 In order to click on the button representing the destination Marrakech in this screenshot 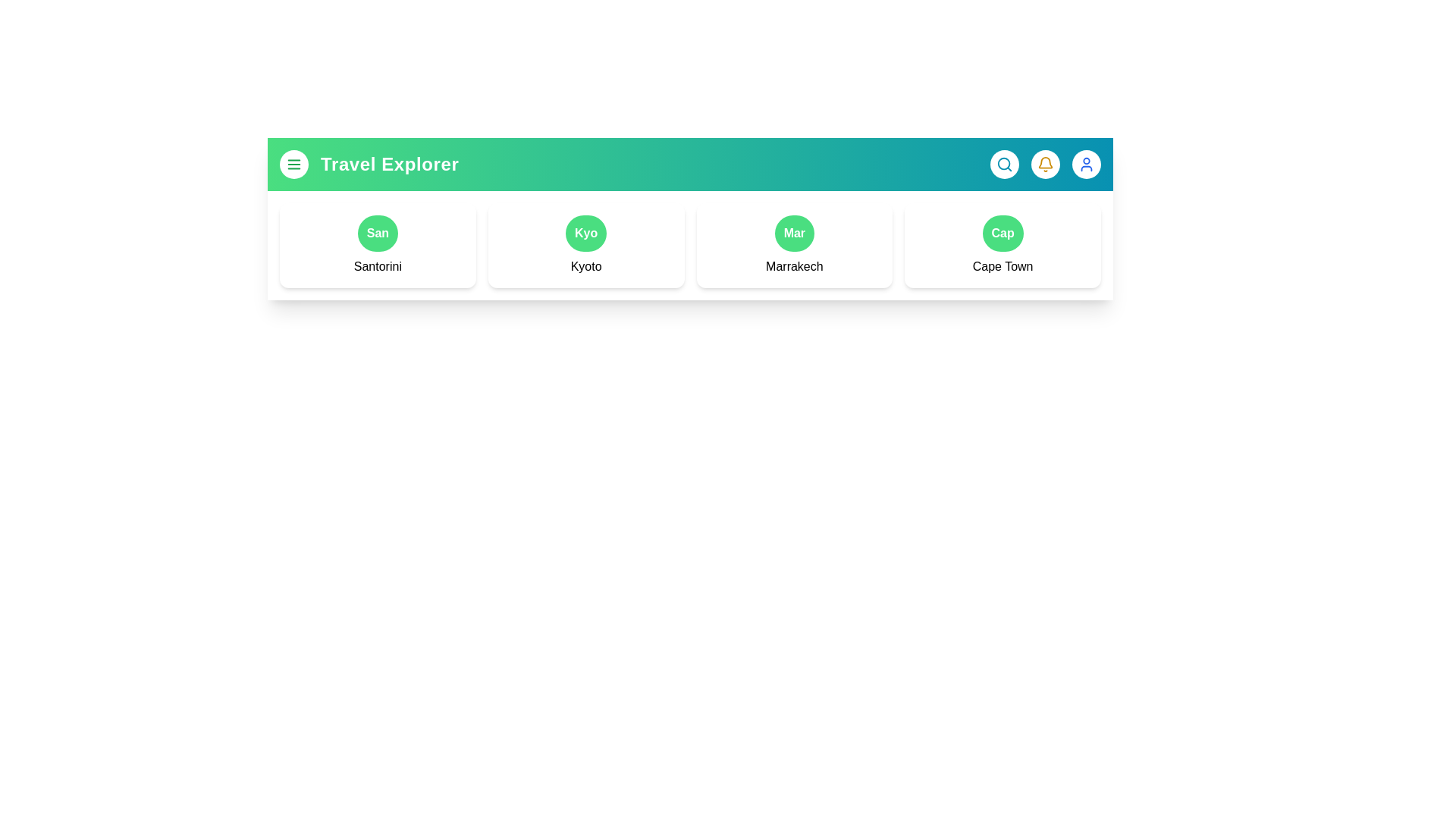, I will do `click(793, 234)`.